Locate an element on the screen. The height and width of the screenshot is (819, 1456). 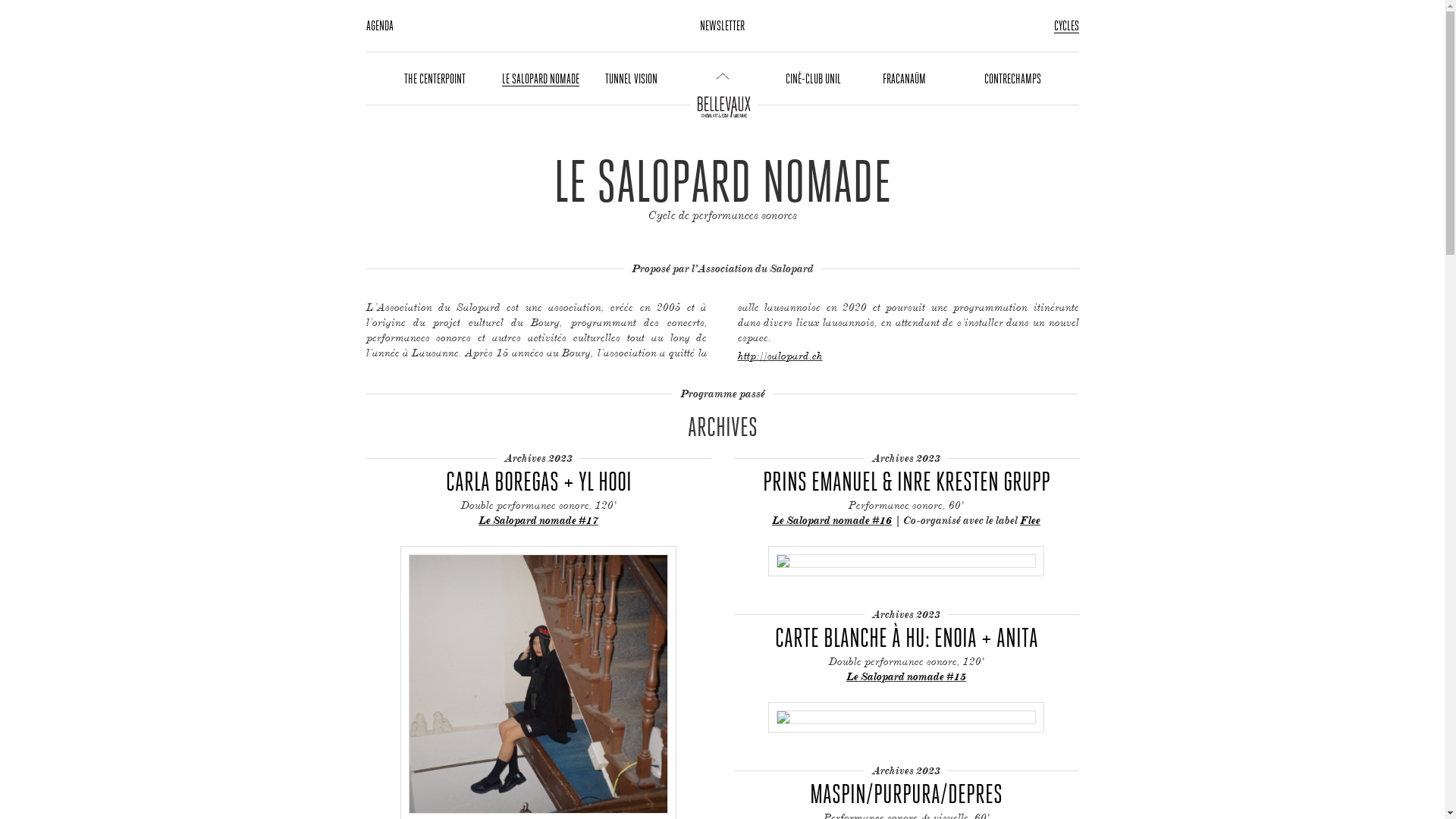
'TUNNEL VISION' is located at coordinates (631, 78).